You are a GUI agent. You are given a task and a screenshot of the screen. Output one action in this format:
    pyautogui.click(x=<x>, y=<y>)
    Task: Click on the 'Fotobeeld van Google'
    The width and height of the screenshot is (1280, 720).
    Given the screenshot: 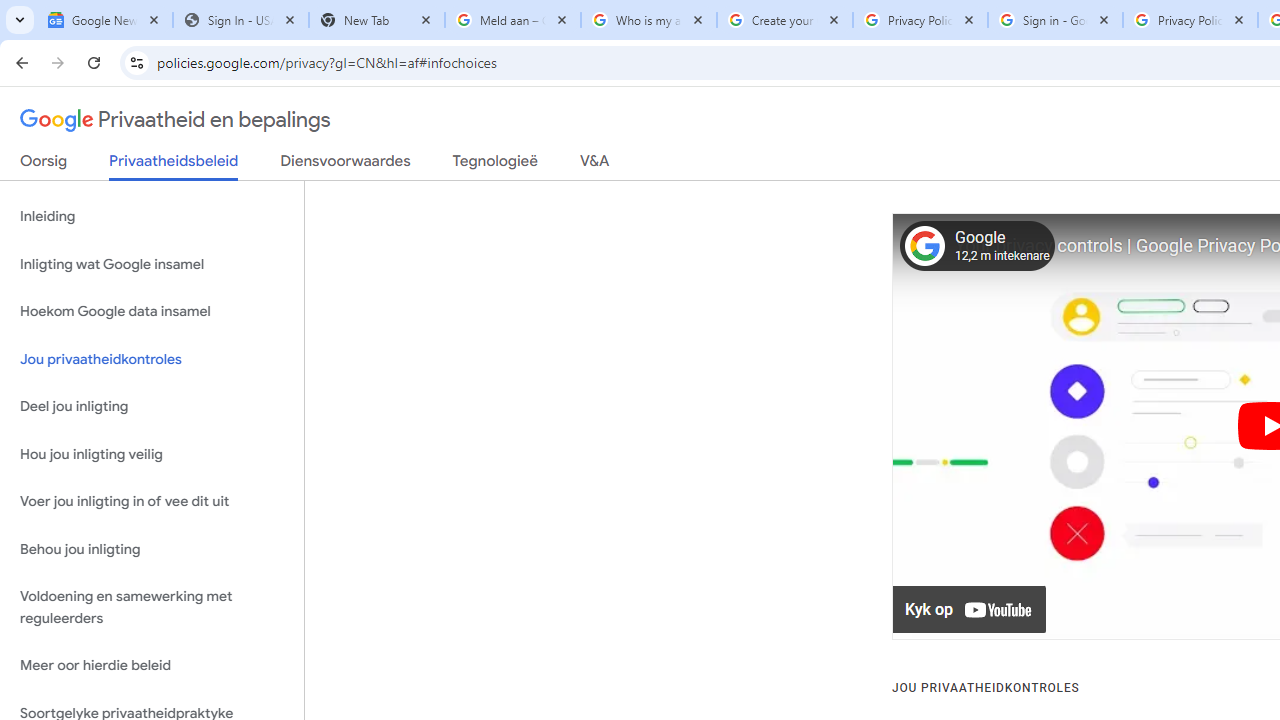 What is the action you would take?
    pyautogui.click(x=923, y=245)
    